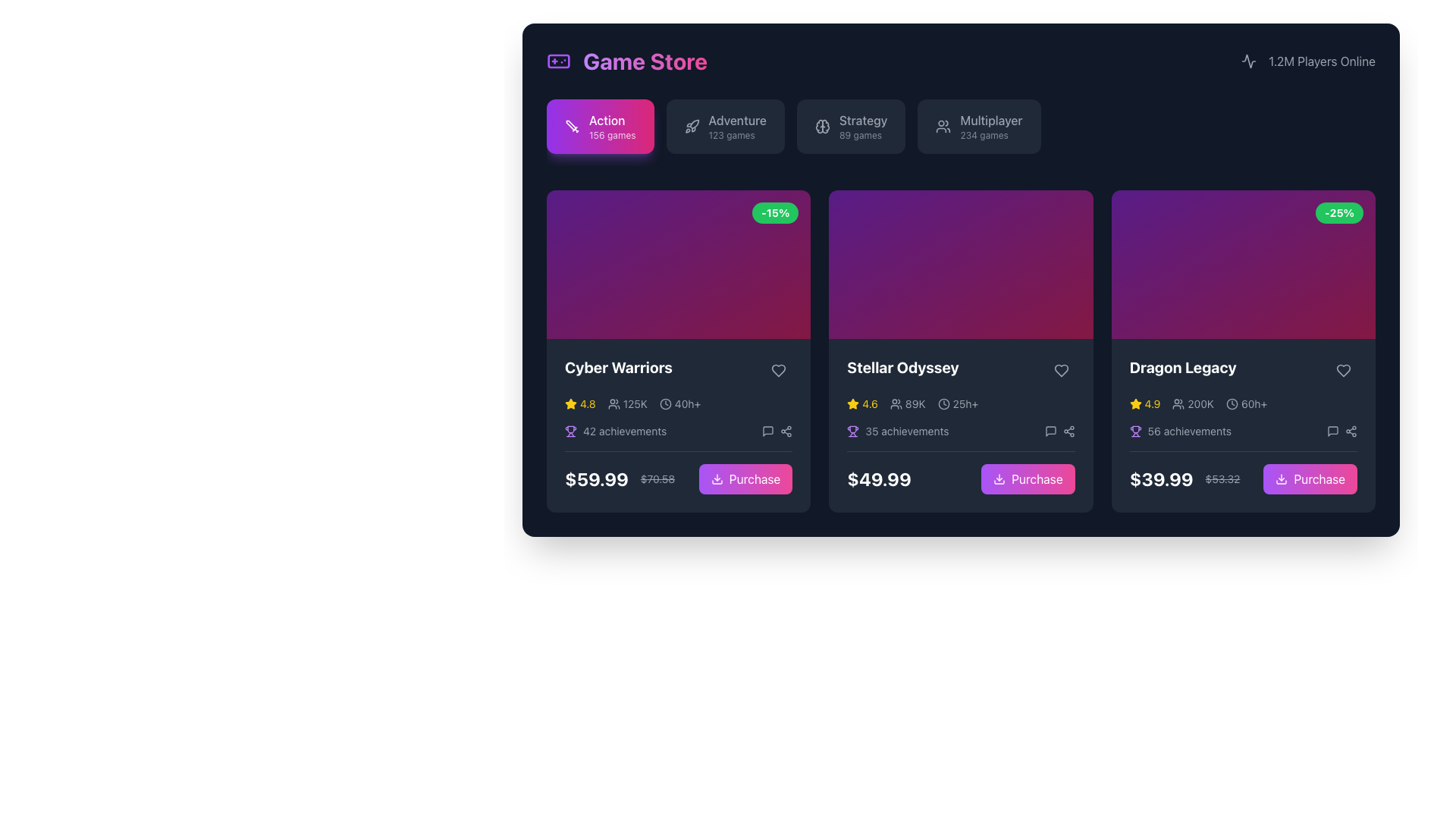 The width and height of the screenshot is (1456, 819). I want to click on the share icon located in the lower-right of the 'Dragon Legacy' card, so click(1342, 430).